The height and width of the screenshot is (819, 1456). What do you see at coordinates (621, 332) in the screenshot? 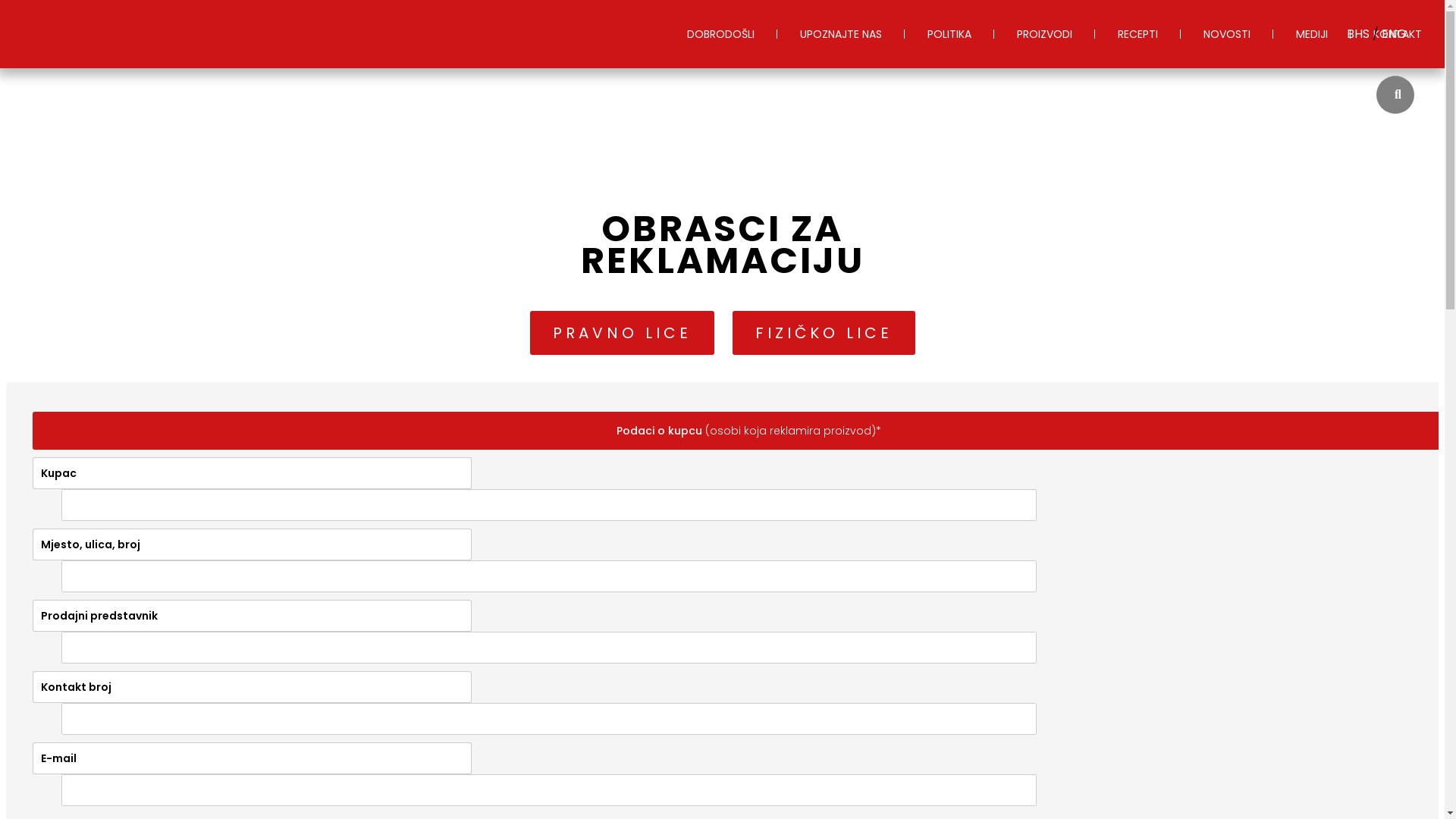
I see `'PRAVNO LICE'` at bounding box center [621, 332].